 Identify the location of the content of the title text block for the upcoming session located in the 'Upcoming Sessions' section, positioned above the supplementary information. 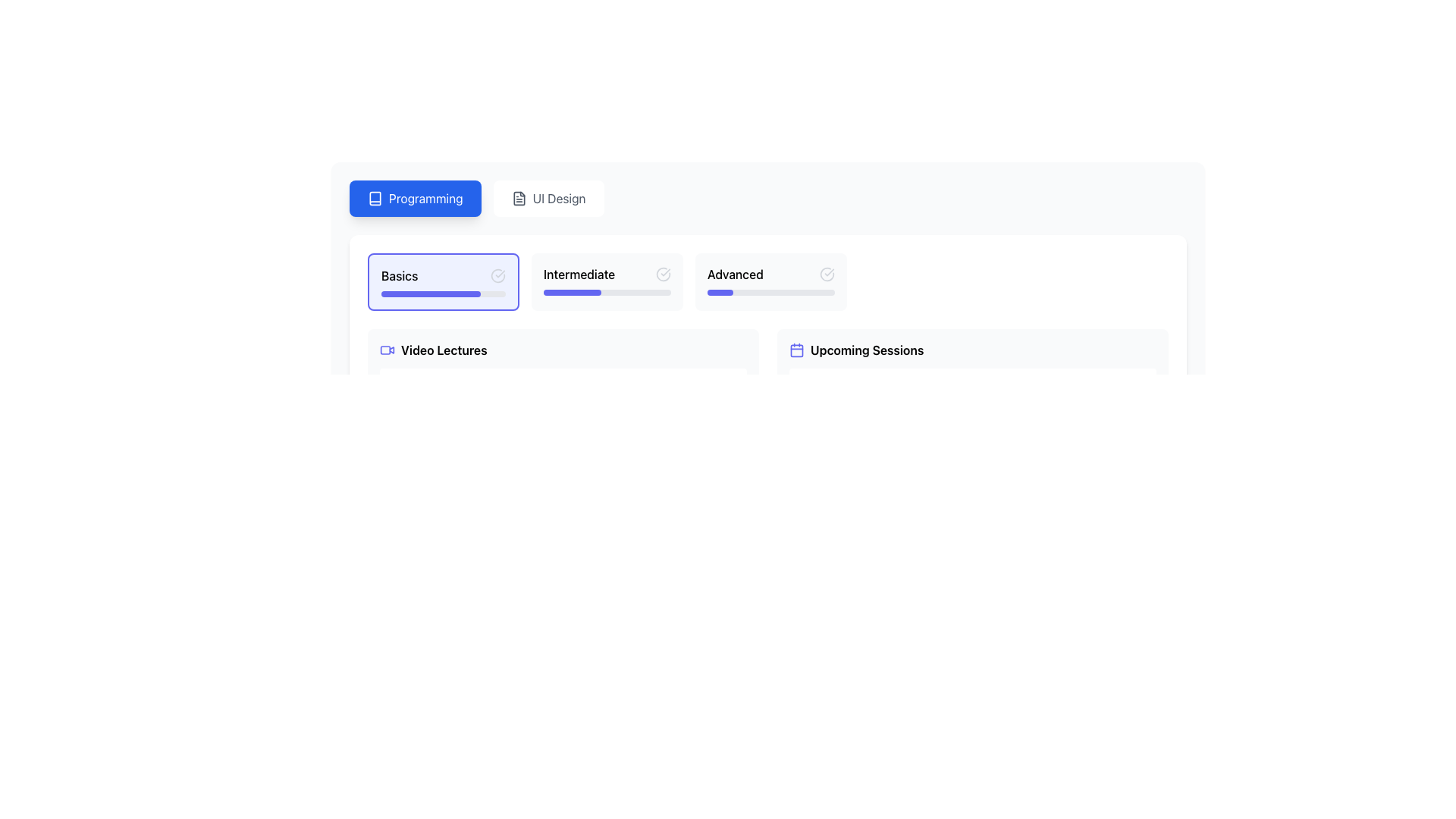
(871, 385).